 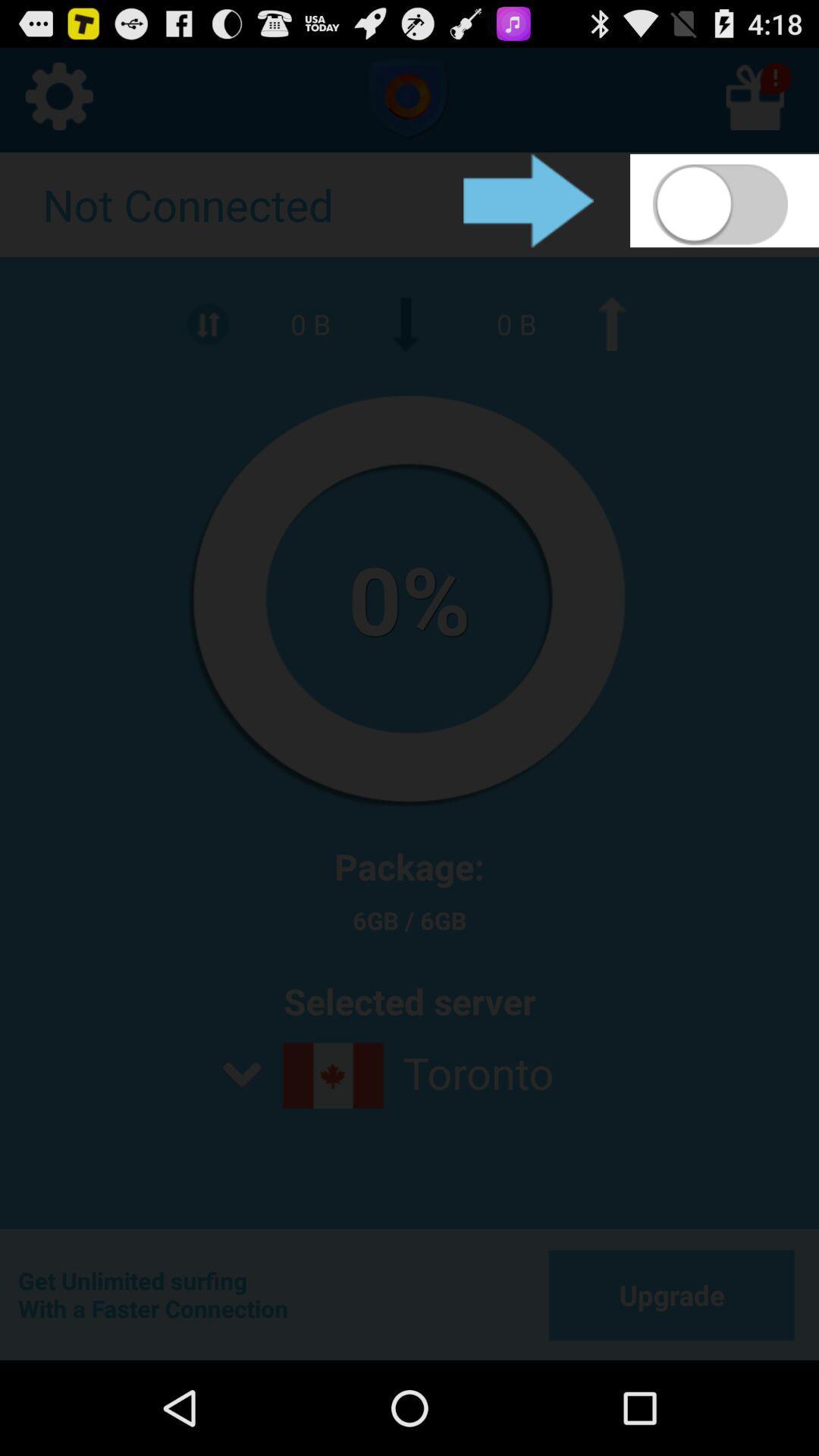 What do you see at coordinates (723, 199) in the screenshot?
I see `turn on mobile data` at bounding box center [723, 199].